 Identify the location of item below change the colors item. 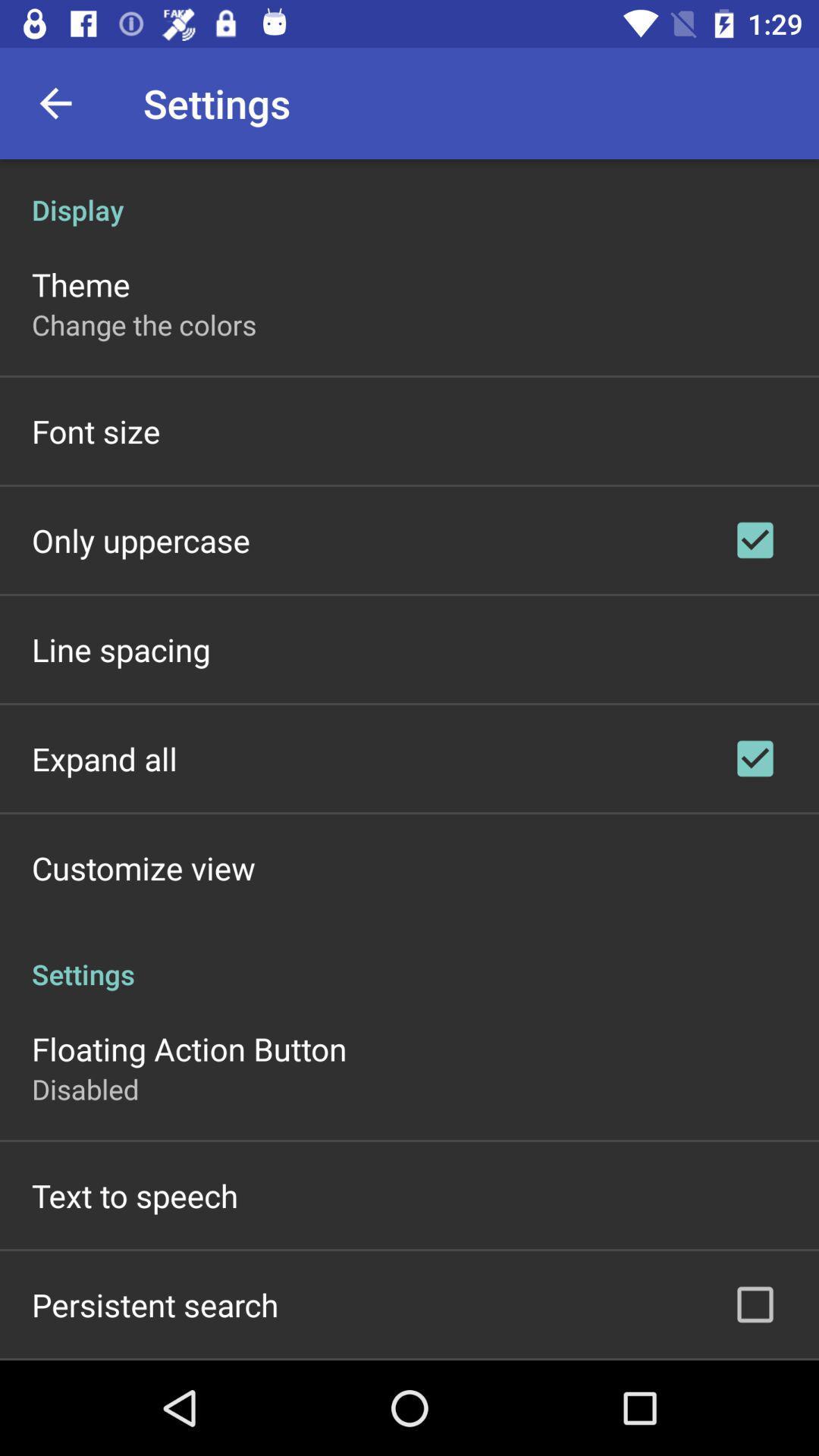
(96, 430).